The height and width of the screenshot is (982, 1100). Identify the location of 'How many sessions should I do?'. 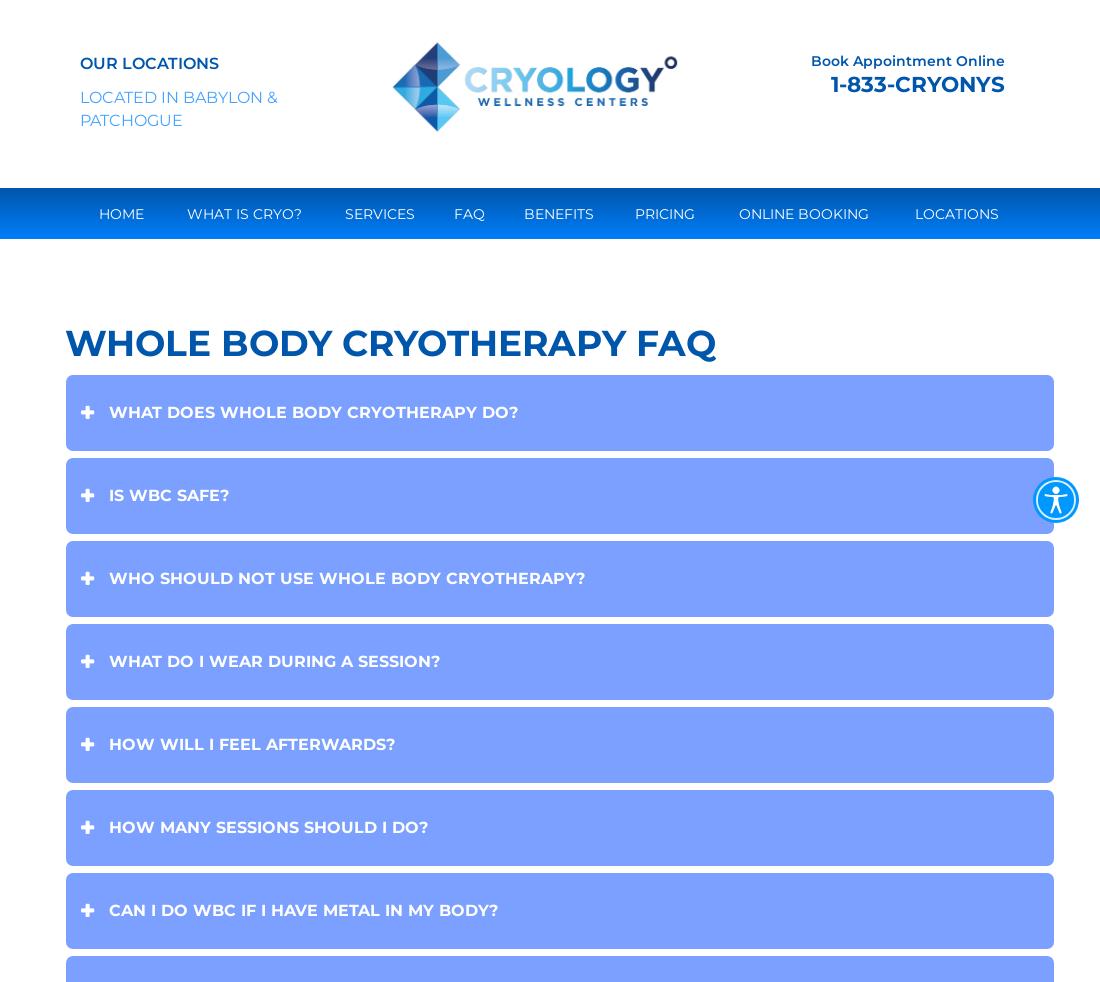
(268, 826).